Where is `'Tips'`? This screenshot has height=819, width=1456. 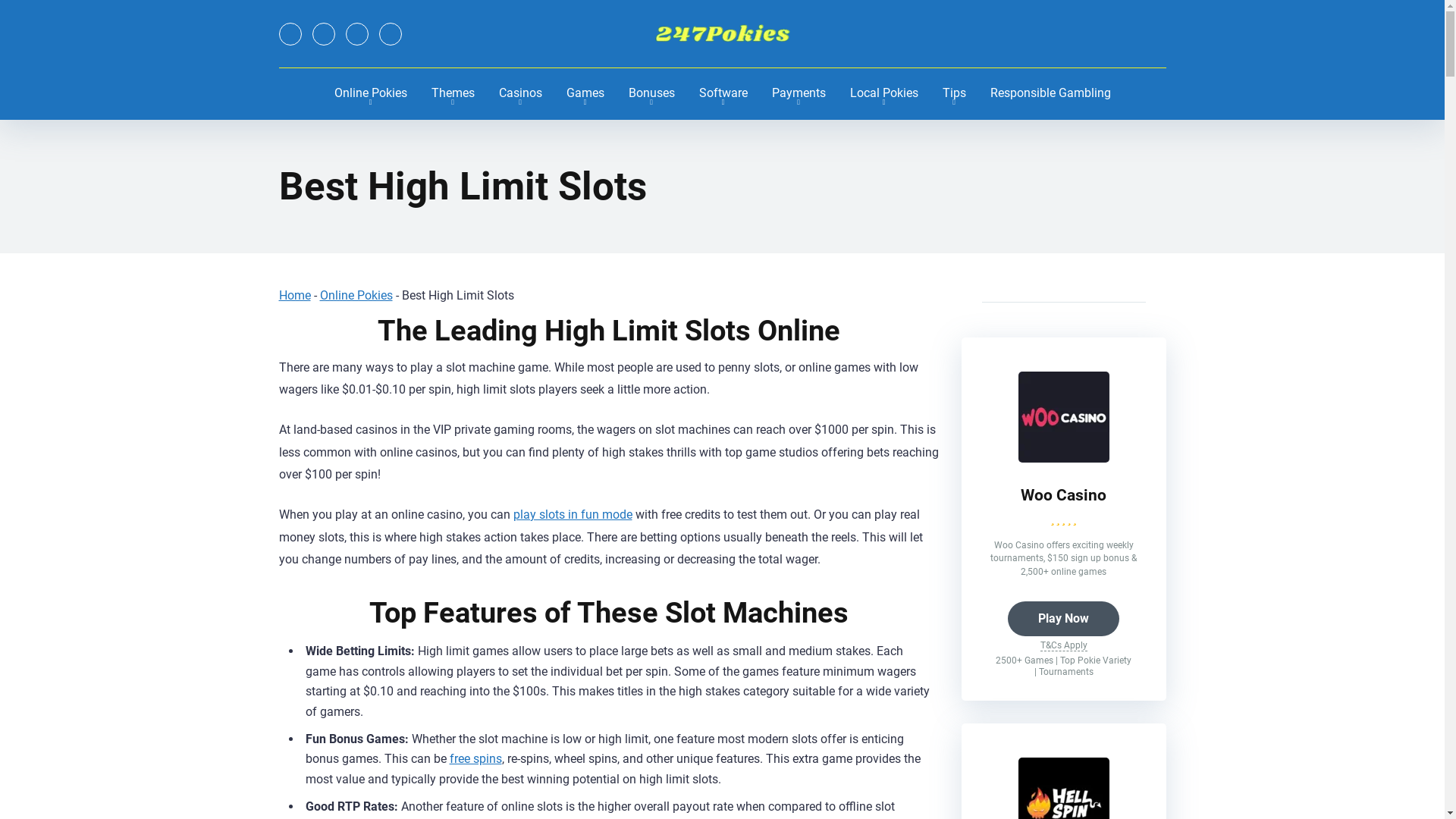 'Tips' is located at coordinates (952, 93).